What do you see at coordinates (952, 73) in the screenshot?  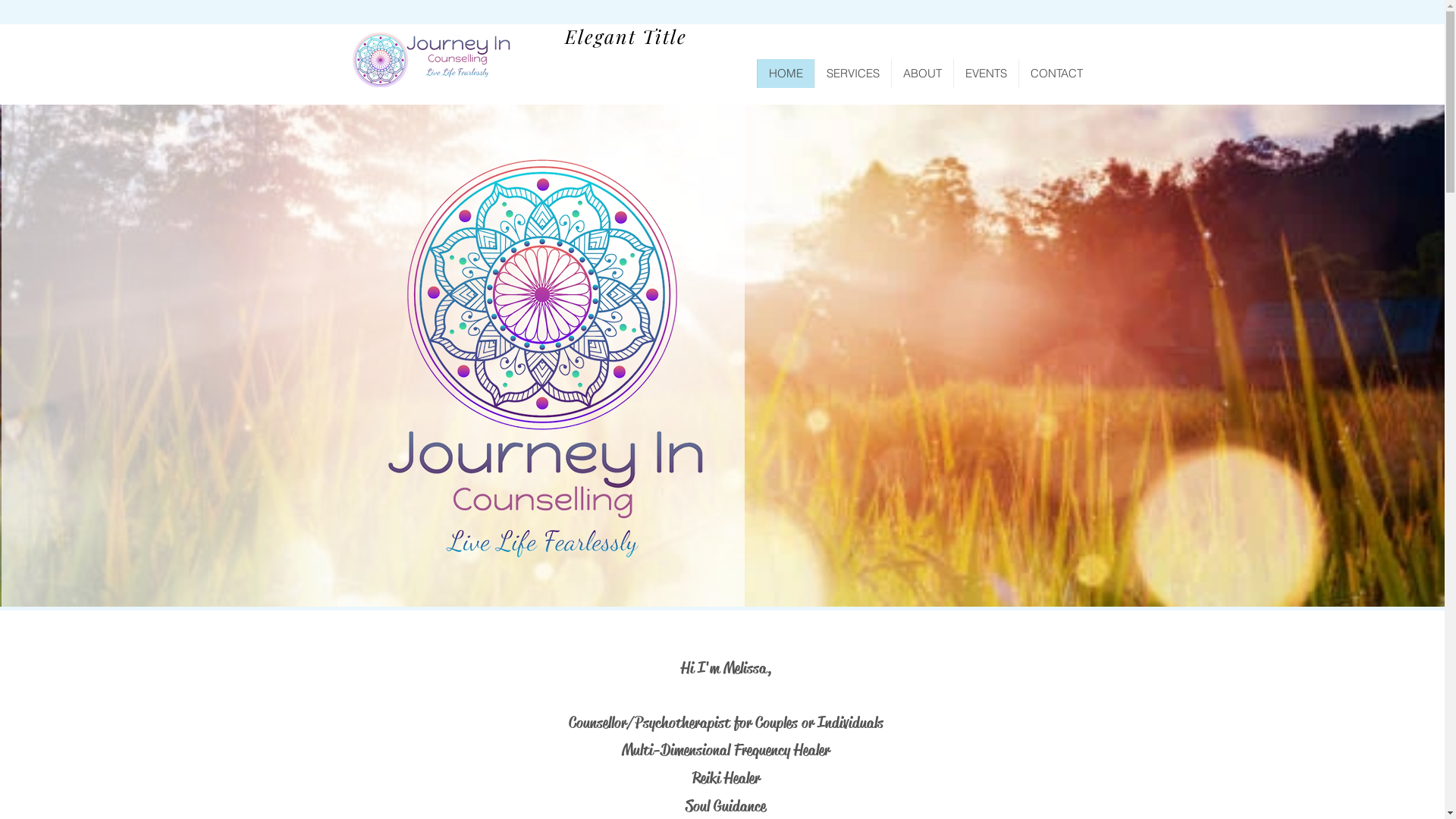 I see `'EVENTS'` at bounding box center [952, 73].